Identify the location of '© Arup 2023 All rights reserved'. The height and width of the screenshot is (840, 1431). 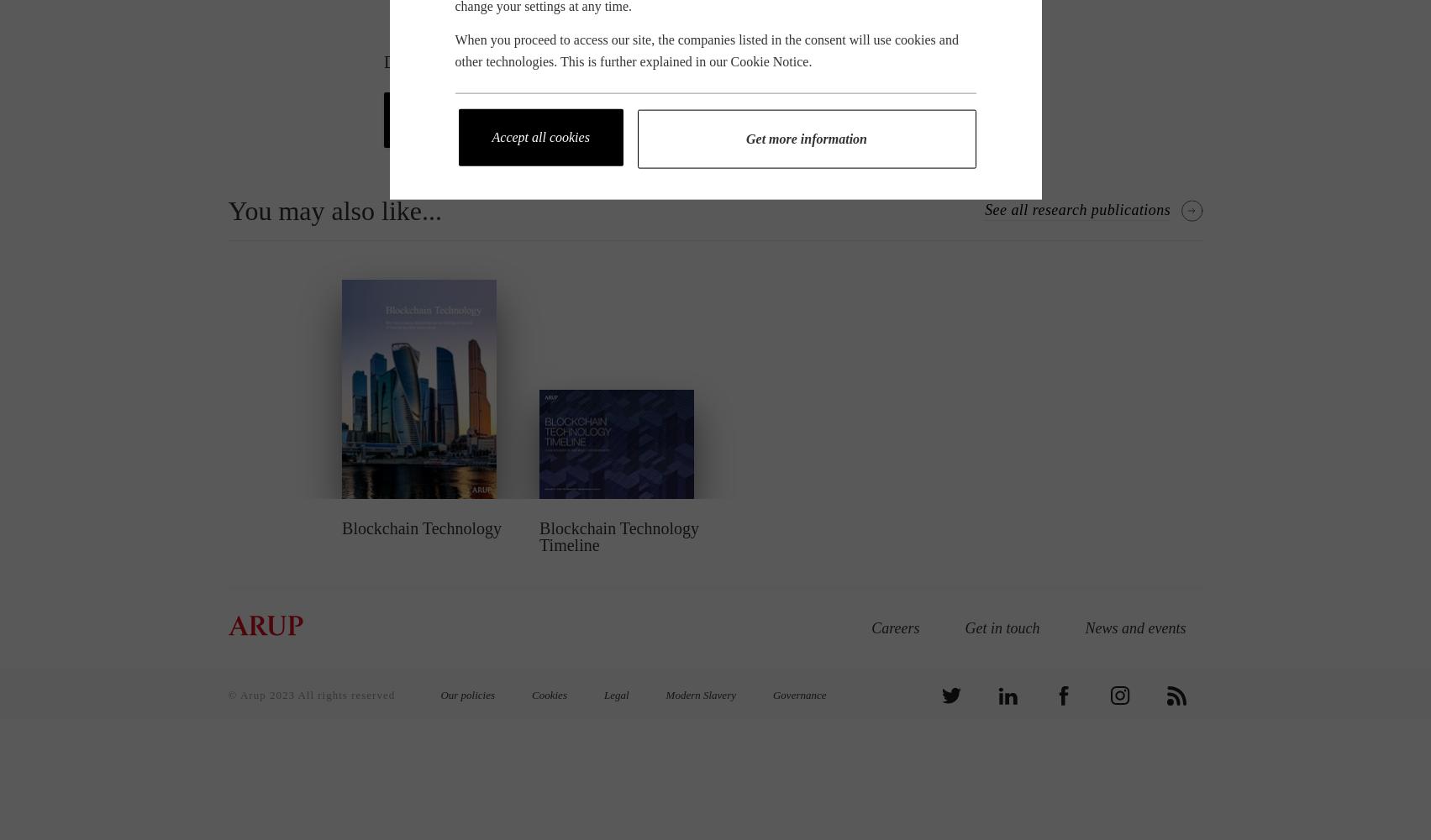
(313, 694).